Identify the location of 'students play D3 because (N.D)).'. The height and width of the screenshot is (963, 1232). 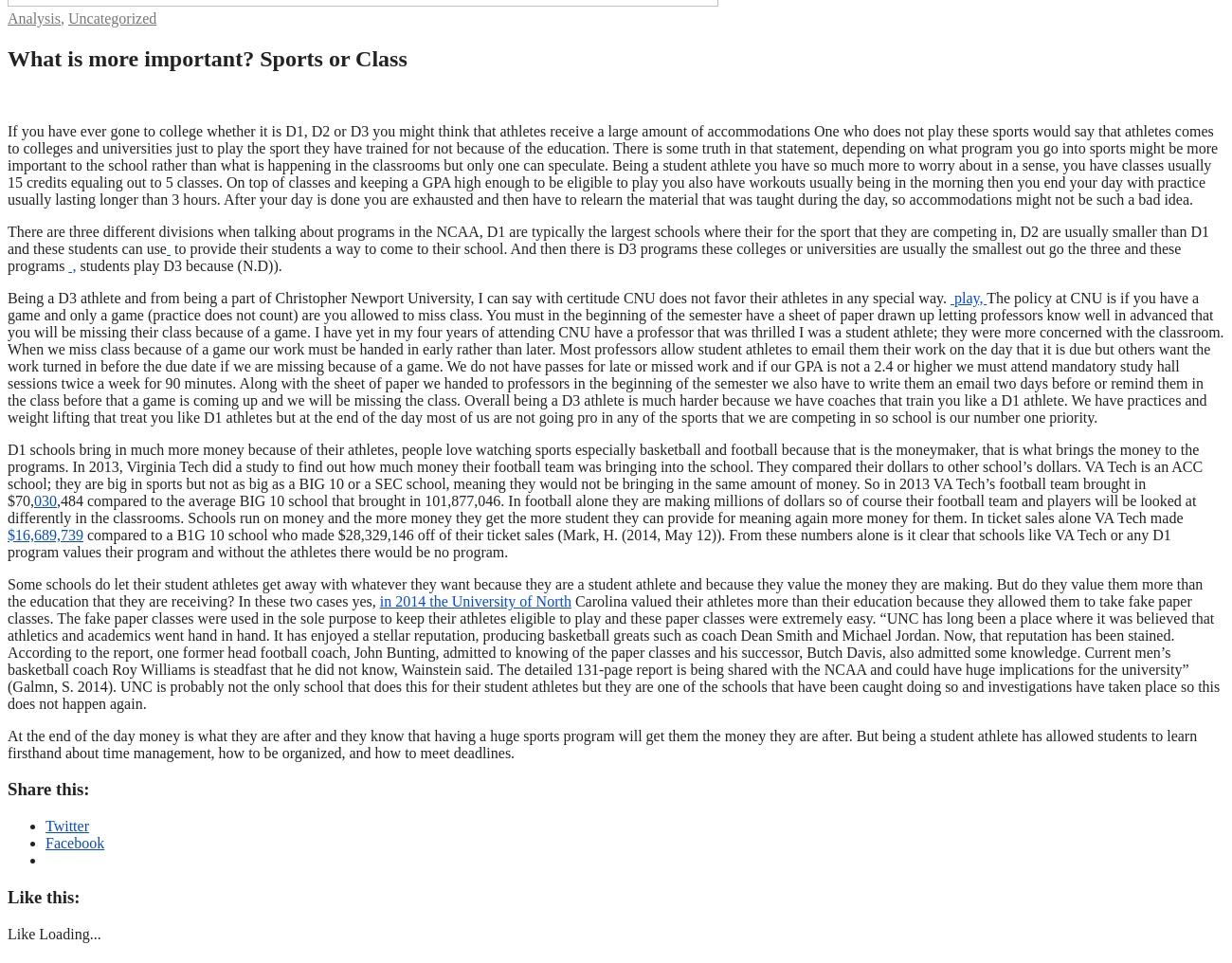
(178, 263).